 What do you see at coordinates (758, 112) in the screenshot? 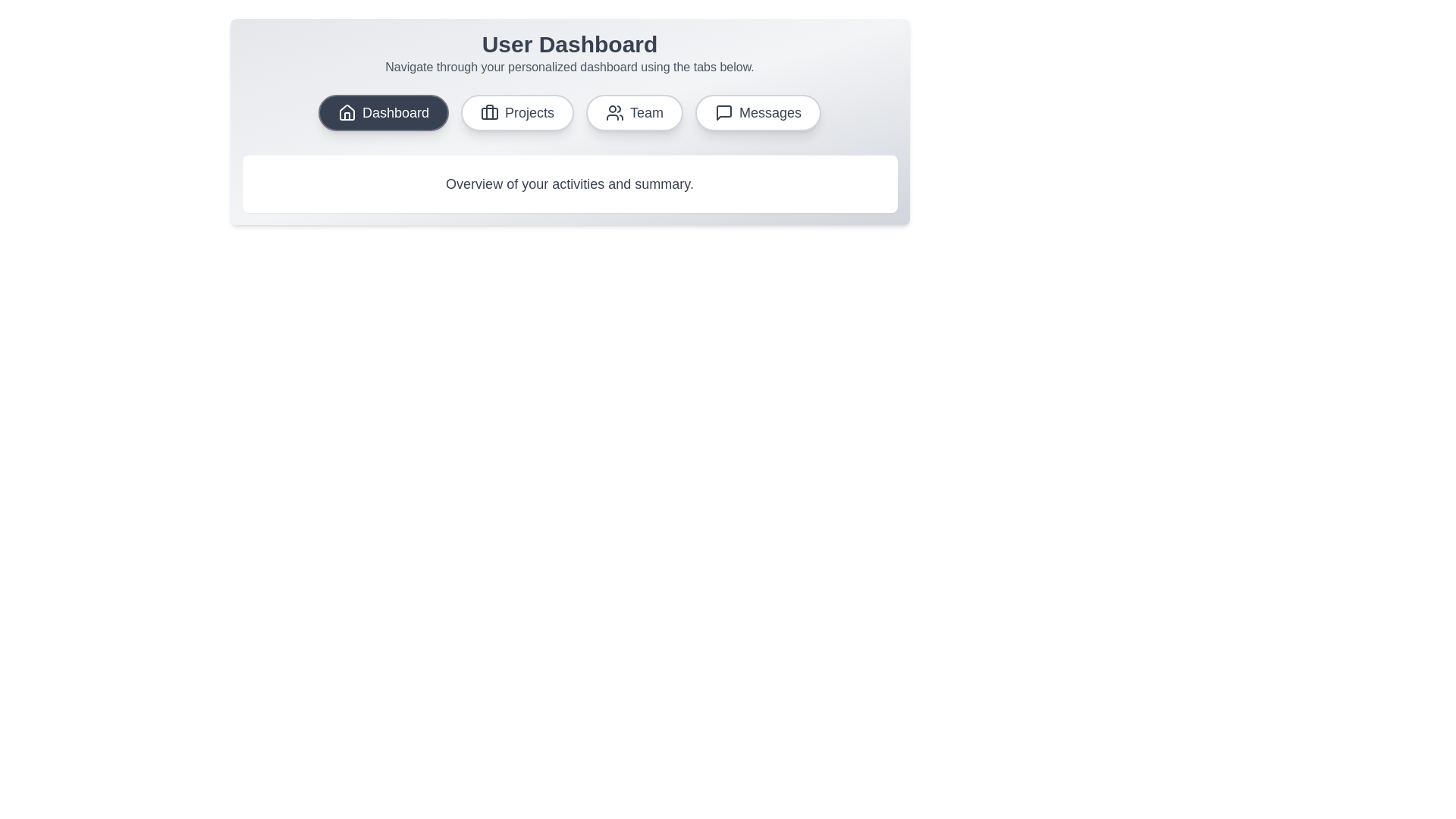
I see `the tab labeled Messages to observe the visual effect` at bounding box center [758, 112].